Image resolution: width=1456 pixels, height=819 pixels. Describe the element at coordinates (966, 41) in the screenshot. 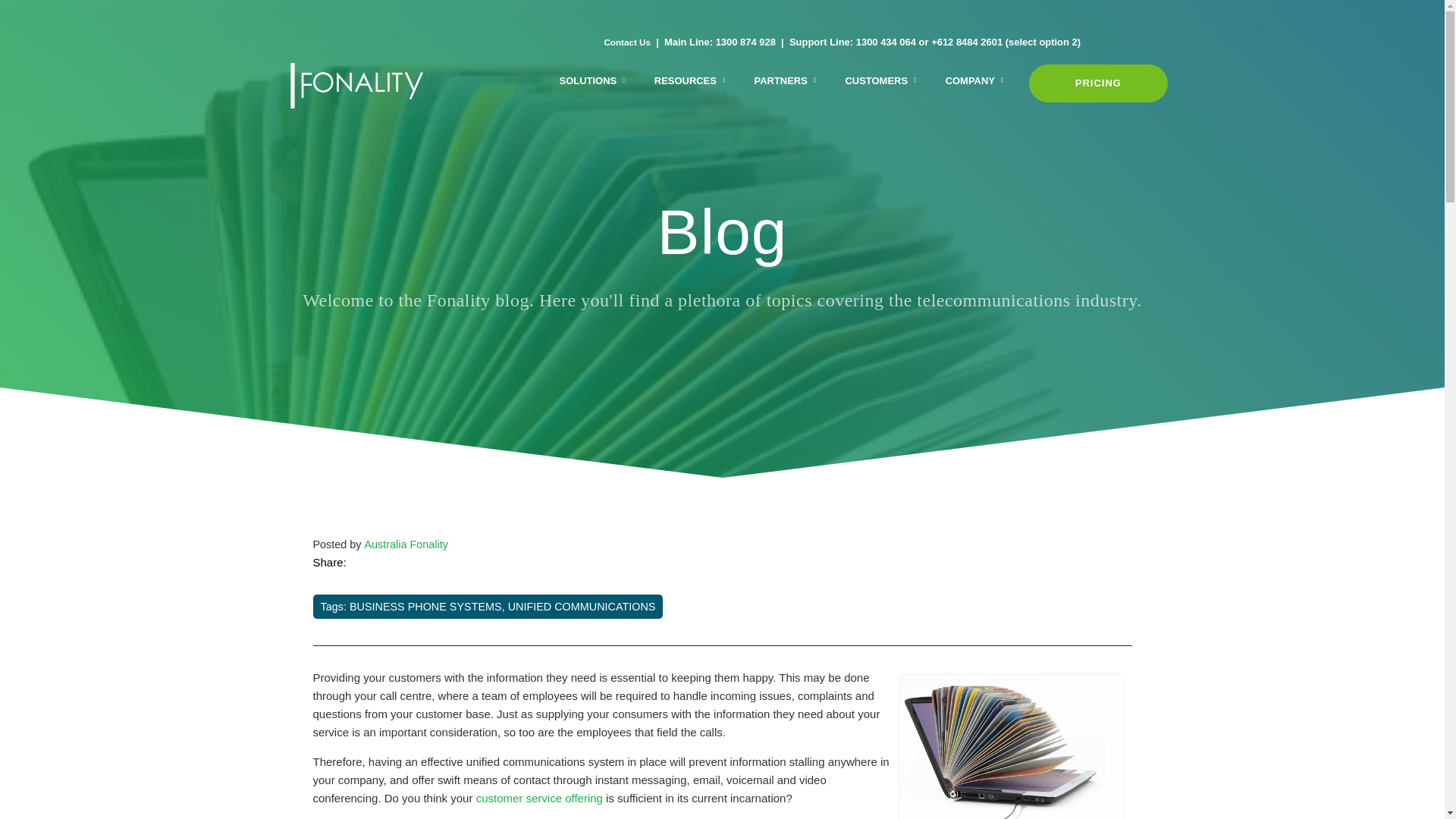

I see `'+612 8484 2601'` at that location.